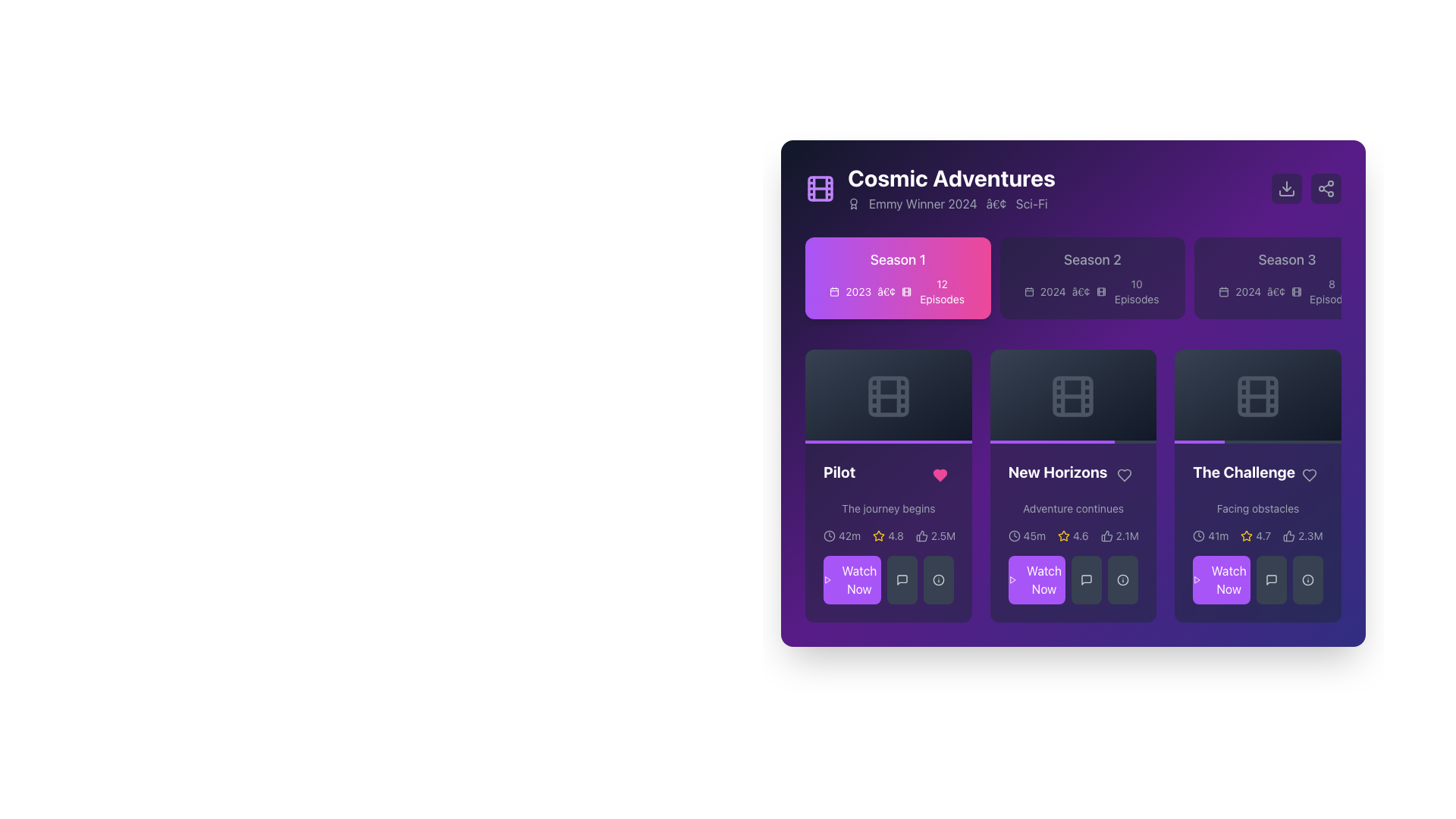 The height and width of the screenshot is (819, 1456). I want to click on the text label displaying '2.1M' in bold white font on a purple background, located in the second row of the interface within the New Horizons card, so click(1127, 535).